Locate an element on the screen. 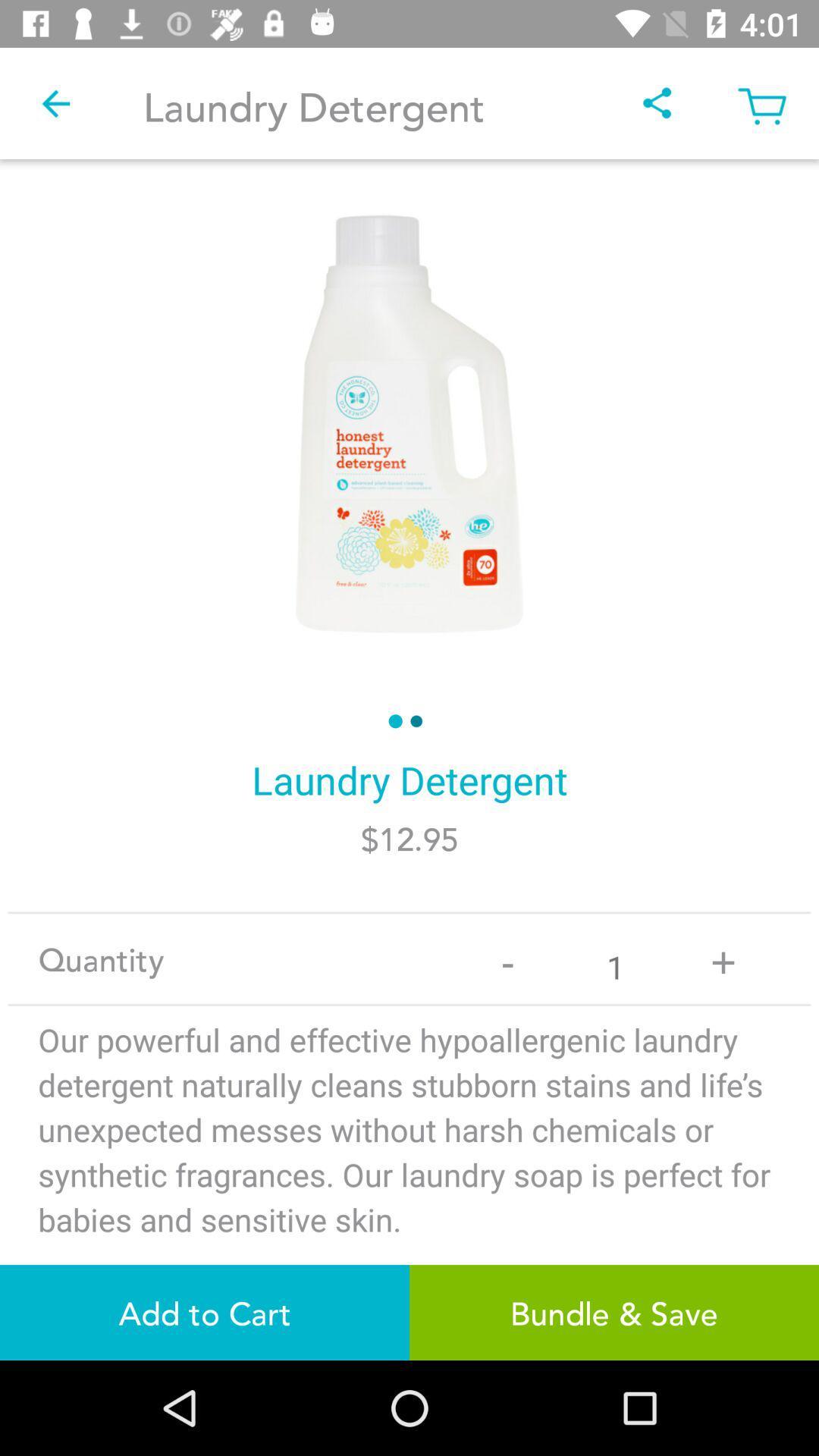 The image size is (819, 1456). the item next to bundle & save item is located at coordinates (205, 1312).